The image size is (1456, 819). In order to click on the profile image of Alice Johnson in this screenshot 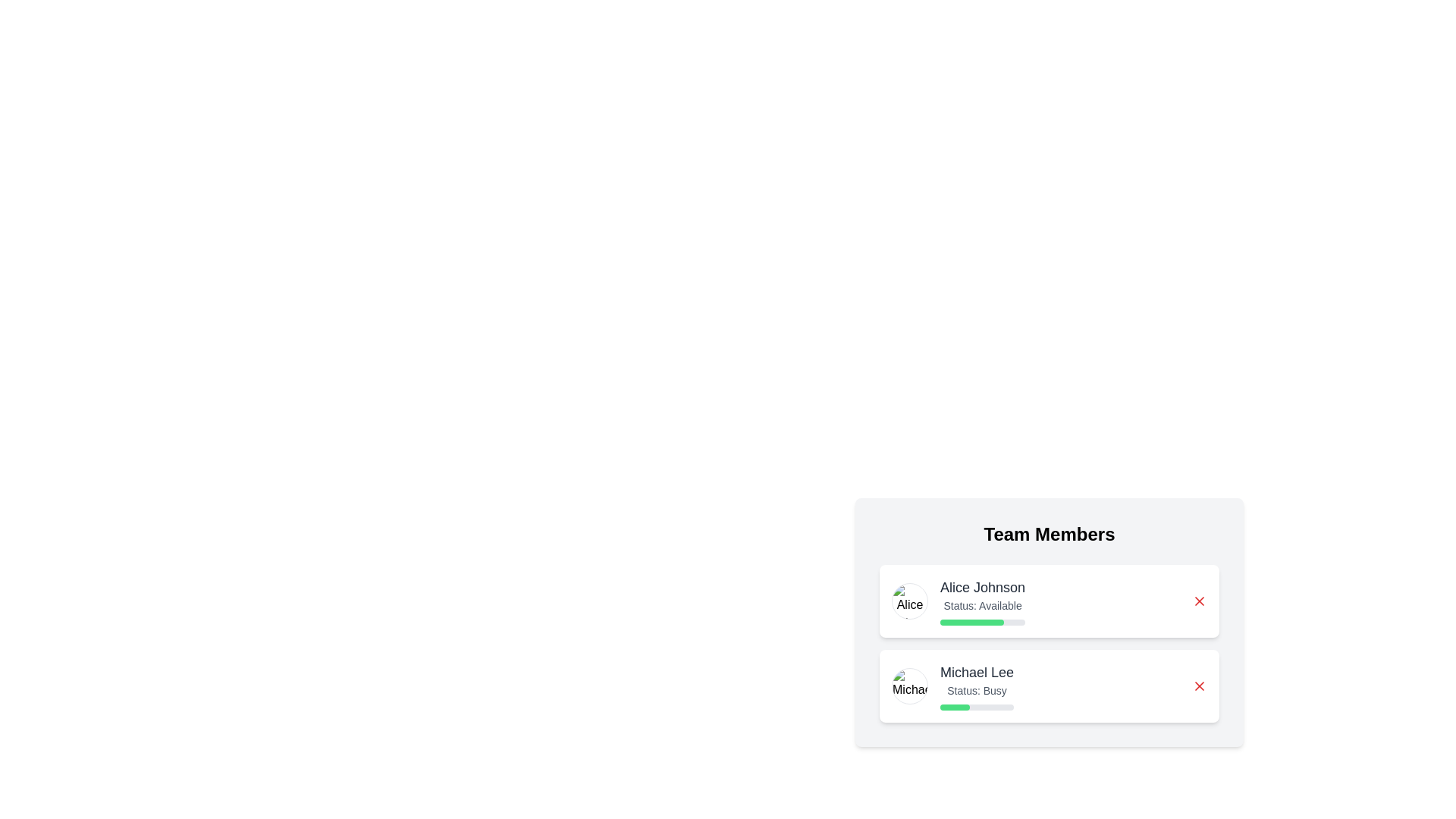, I will do `click(910, 601)`.